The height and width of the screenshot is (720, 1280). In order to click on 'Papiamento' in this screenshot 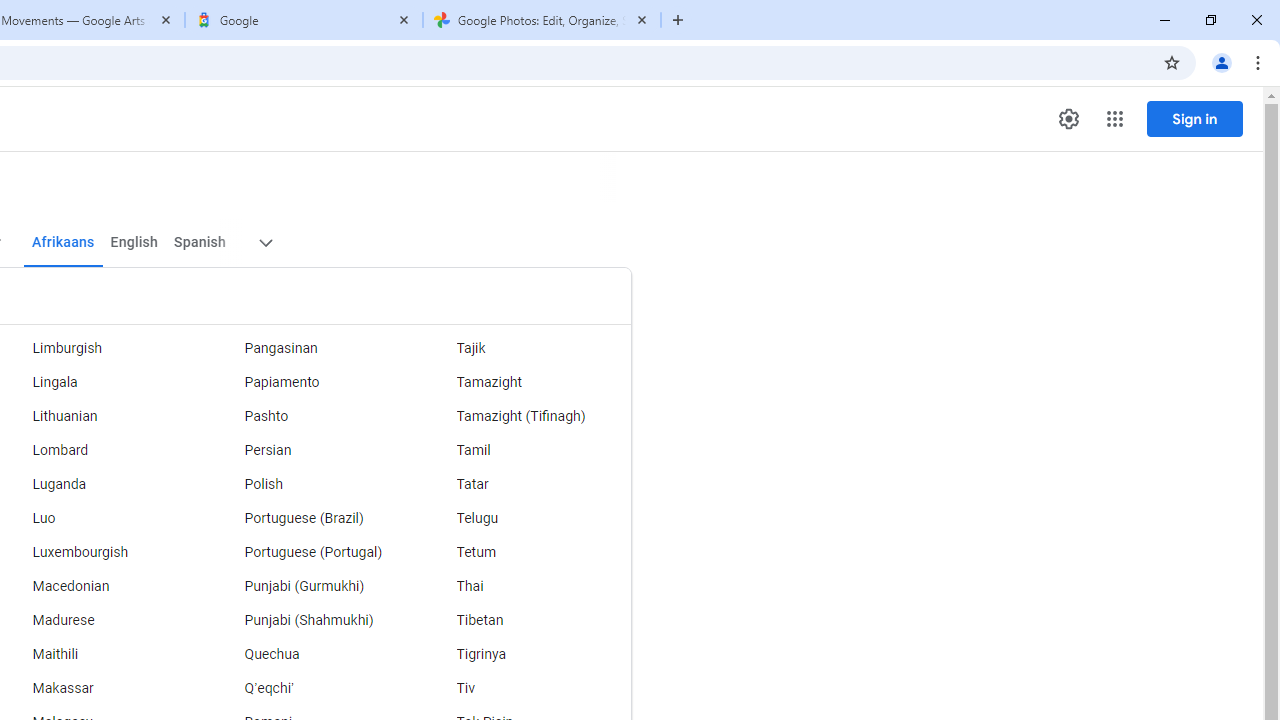, I will do `click(311, 383)`.